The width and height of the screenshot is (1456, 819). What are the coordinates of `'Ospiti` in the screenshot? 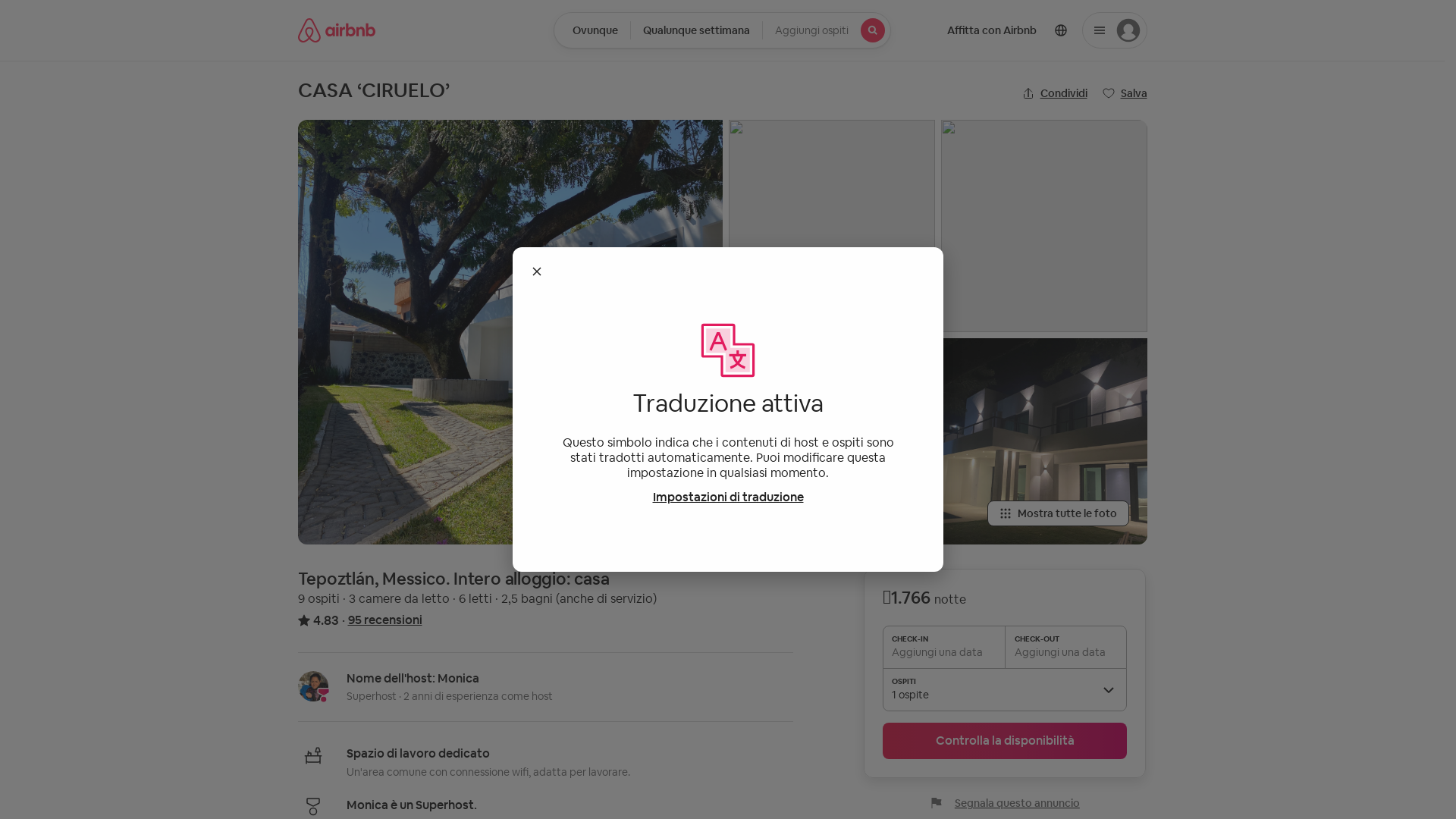 It's located at (761, 30).